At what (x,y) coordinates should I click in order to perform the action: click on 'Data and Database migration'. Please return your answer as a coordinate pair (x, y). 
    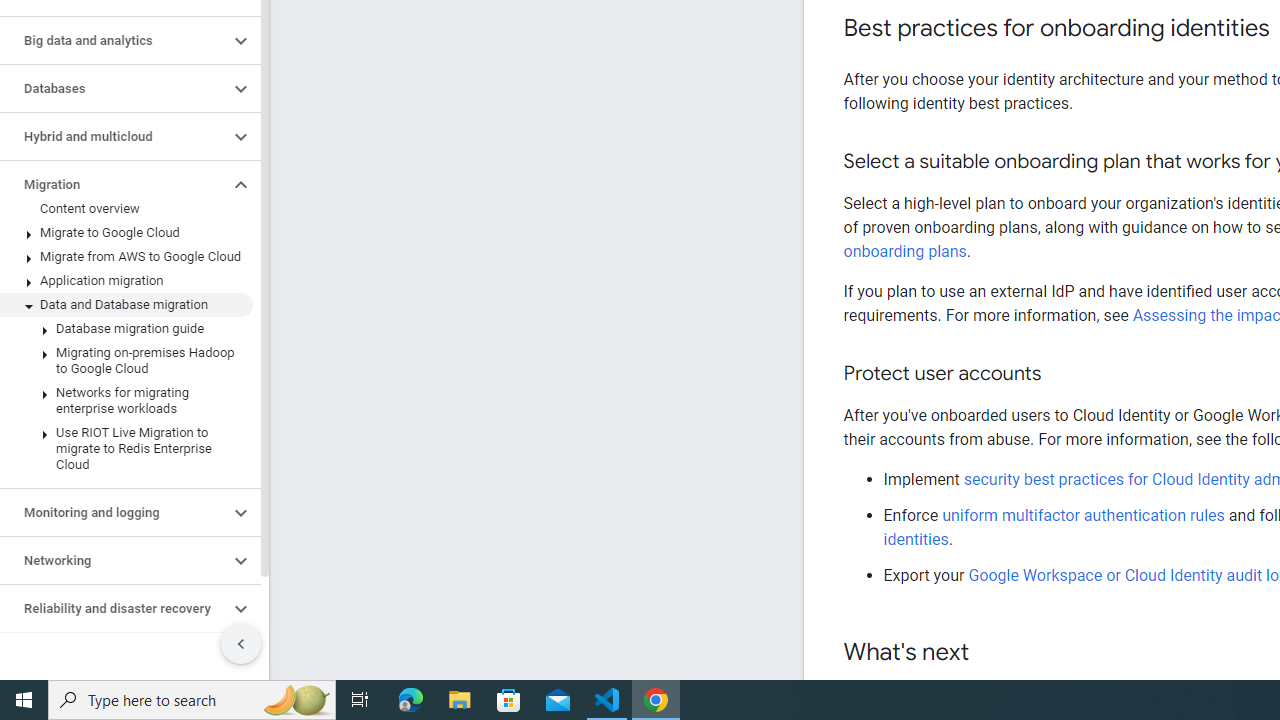
    Looking at the image, I should click on (125, 304).